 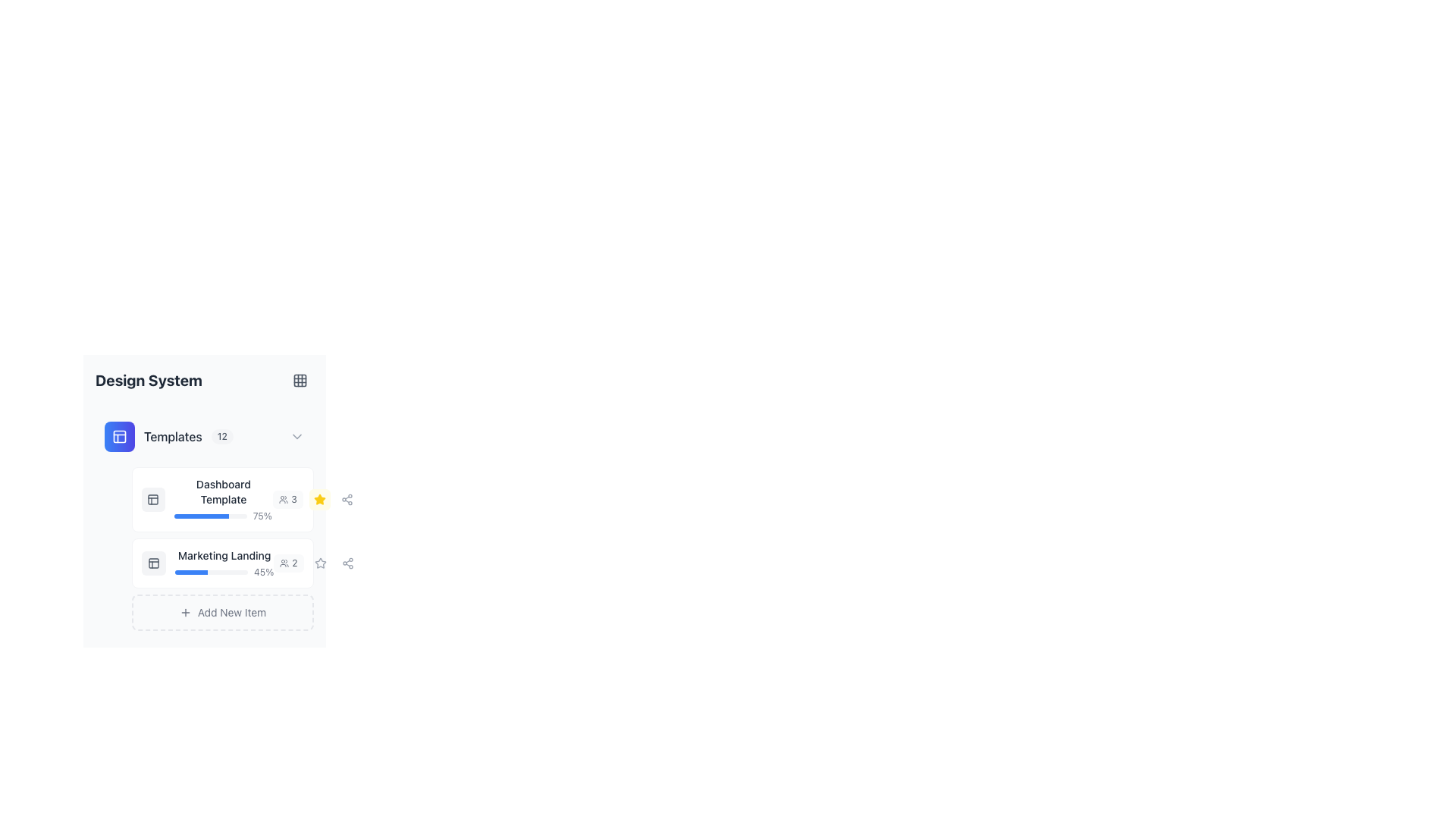 I want to click on the sharing feature button represented by three interconnected circles, located to the right of the 'Marketing Landing' template entry in the 'Templates' section, so click(x=303, y=721).